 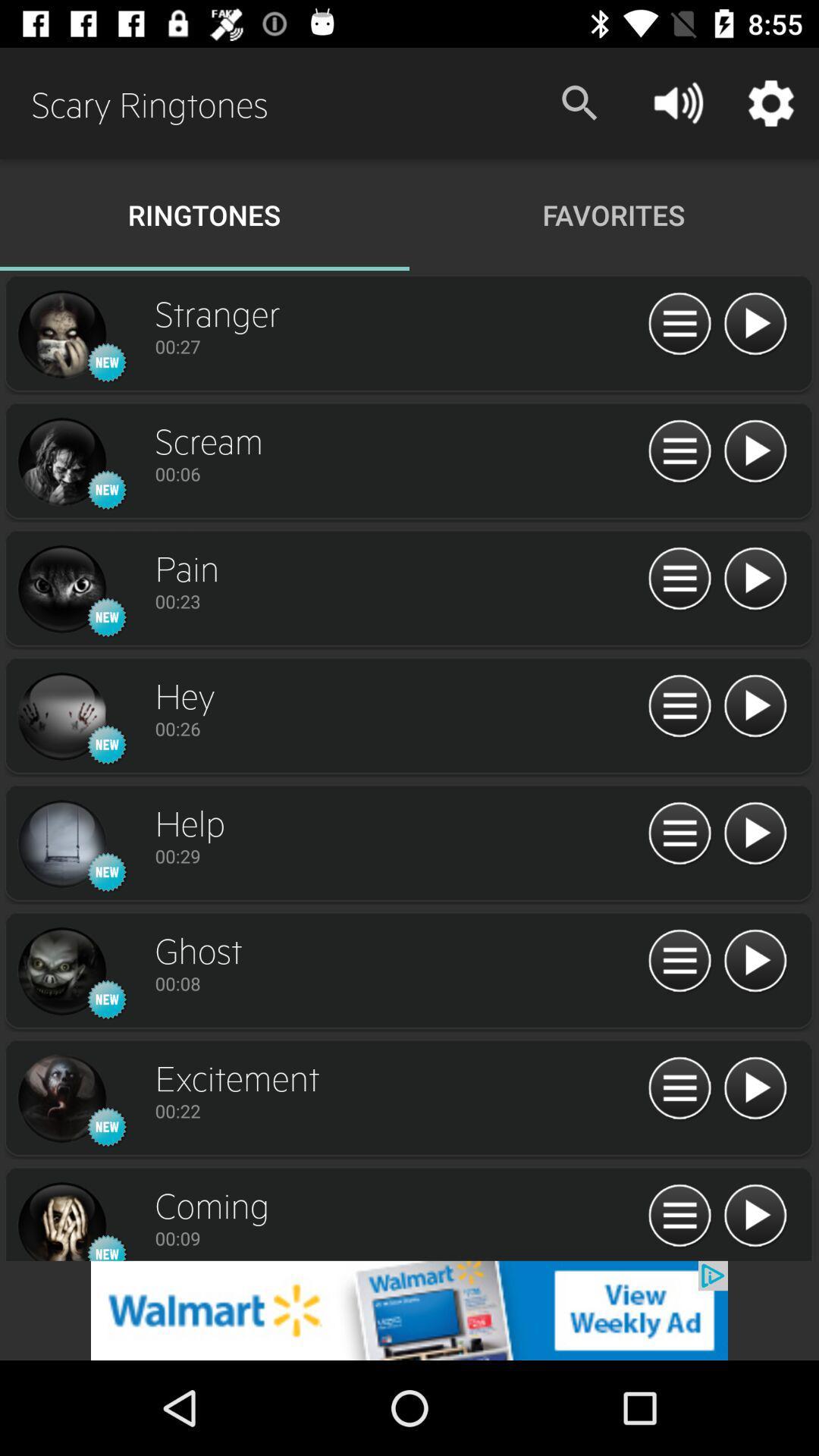 What do you see at coordinates (755, 706) in the screenshot?
I see `play song` at bounding box center [755, 706].